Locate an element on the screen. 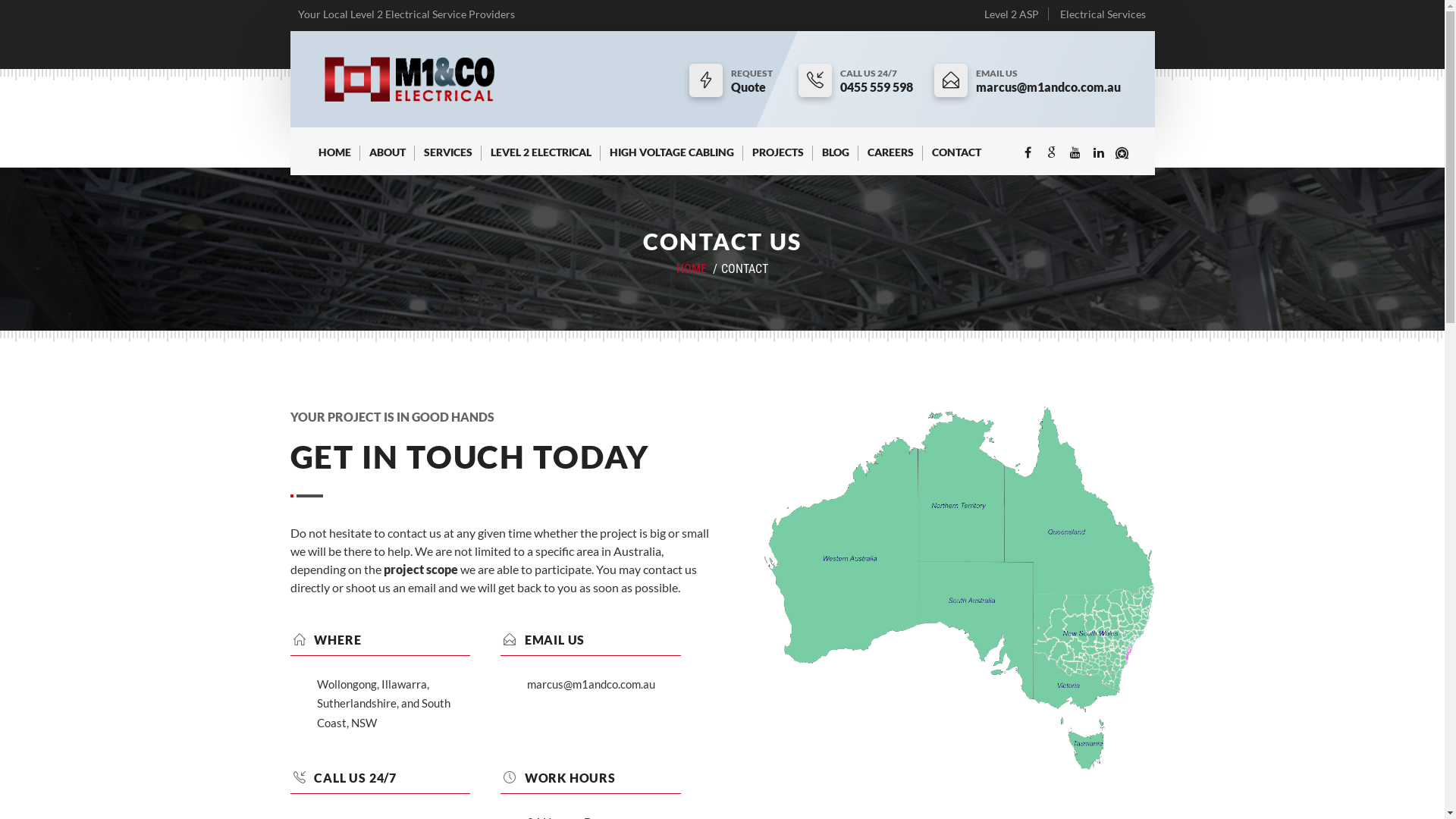 Image resolution: width=1456 pixels, height=819 pixels. 'HOME' is located at coordinates (309, 158).